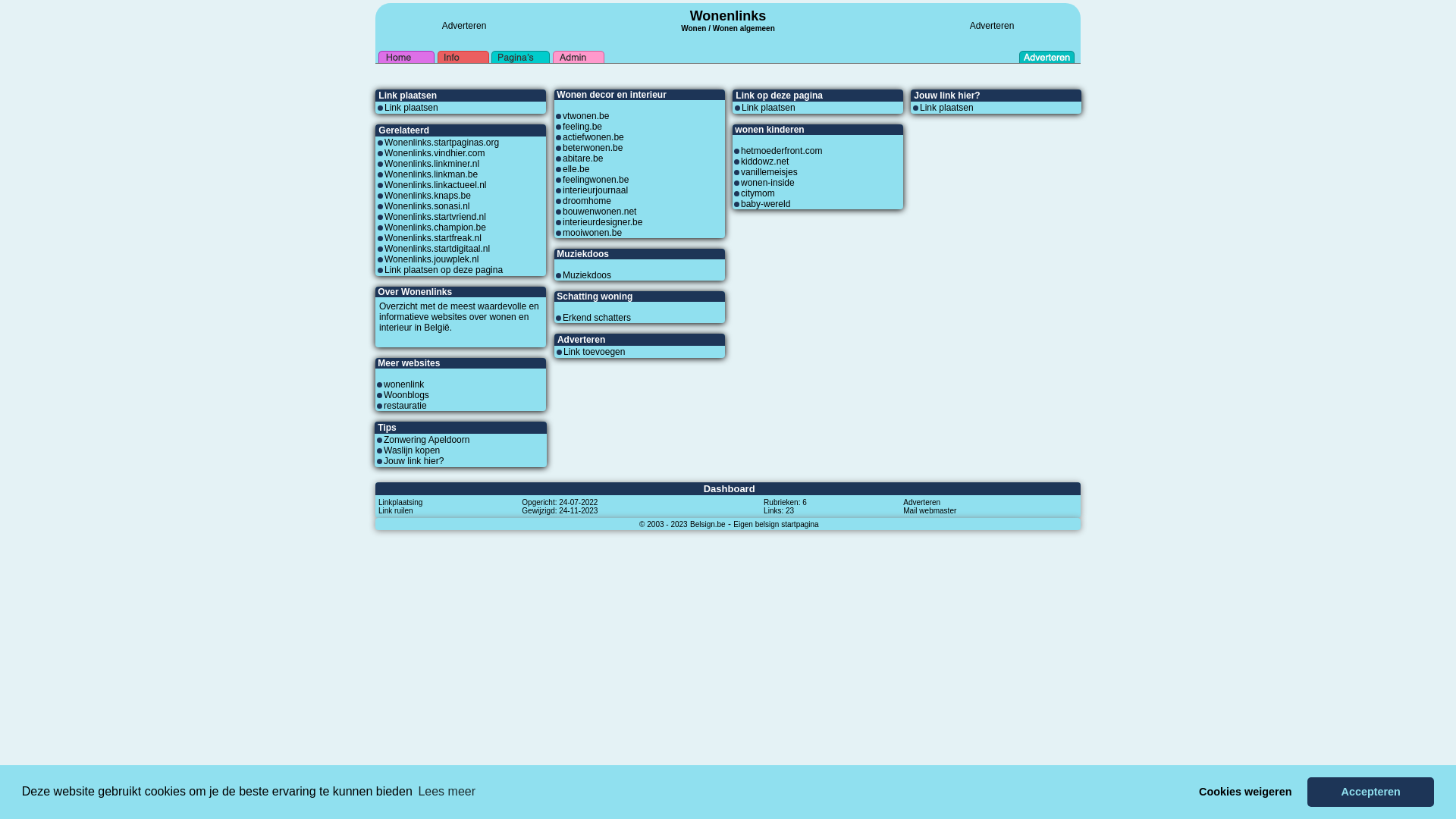 The height and width of the screenshot is (819, 1456). Describe the element at coordinates (562, 317) in the screenshot. I see `'Erkend schatters'` at that location.